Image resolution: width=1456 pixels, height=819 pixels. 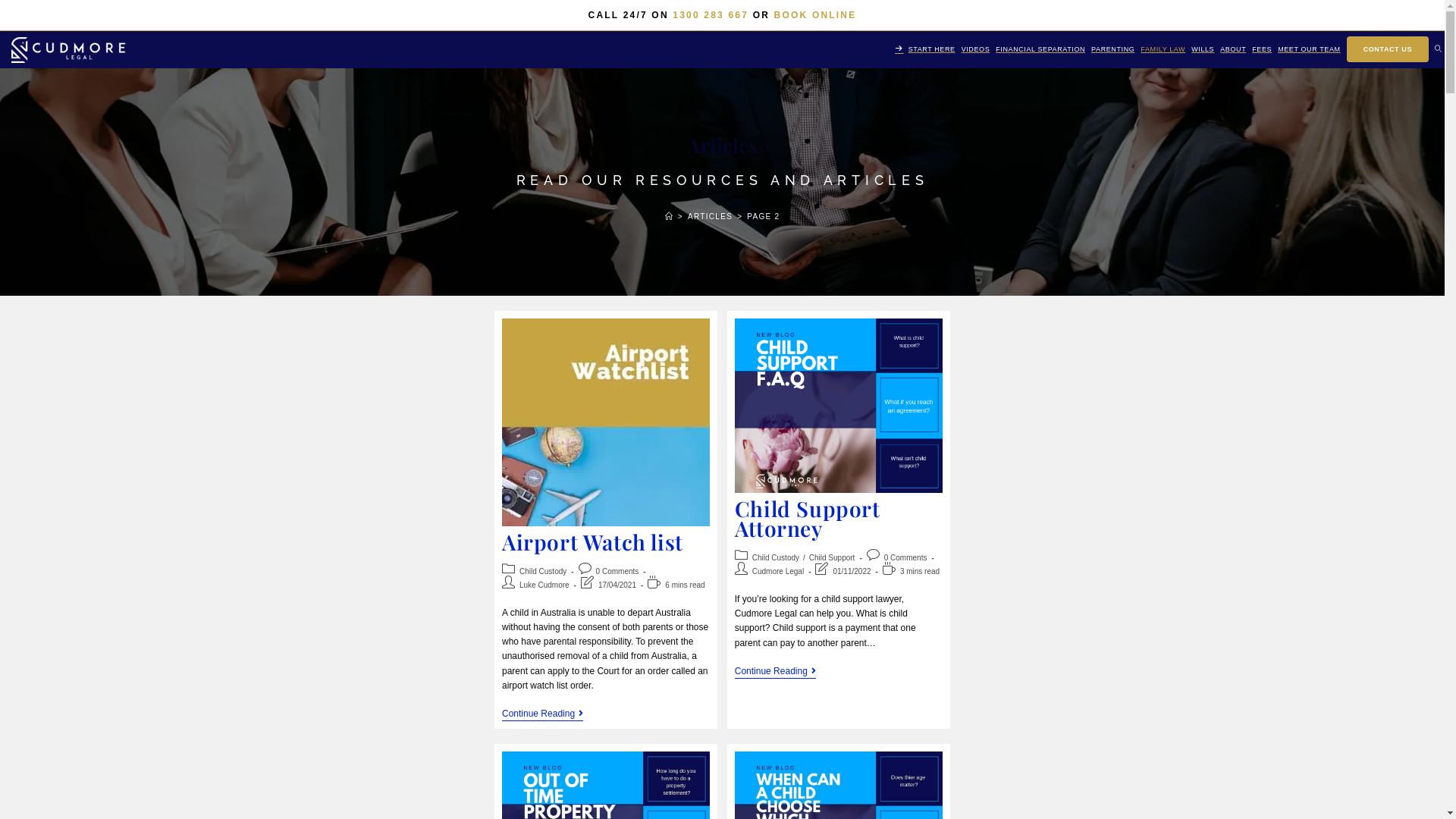 What do you see at coordinates (1201, 49) in the screenshot?
I see `'WILLS'` at bounding box center [1201, 49].